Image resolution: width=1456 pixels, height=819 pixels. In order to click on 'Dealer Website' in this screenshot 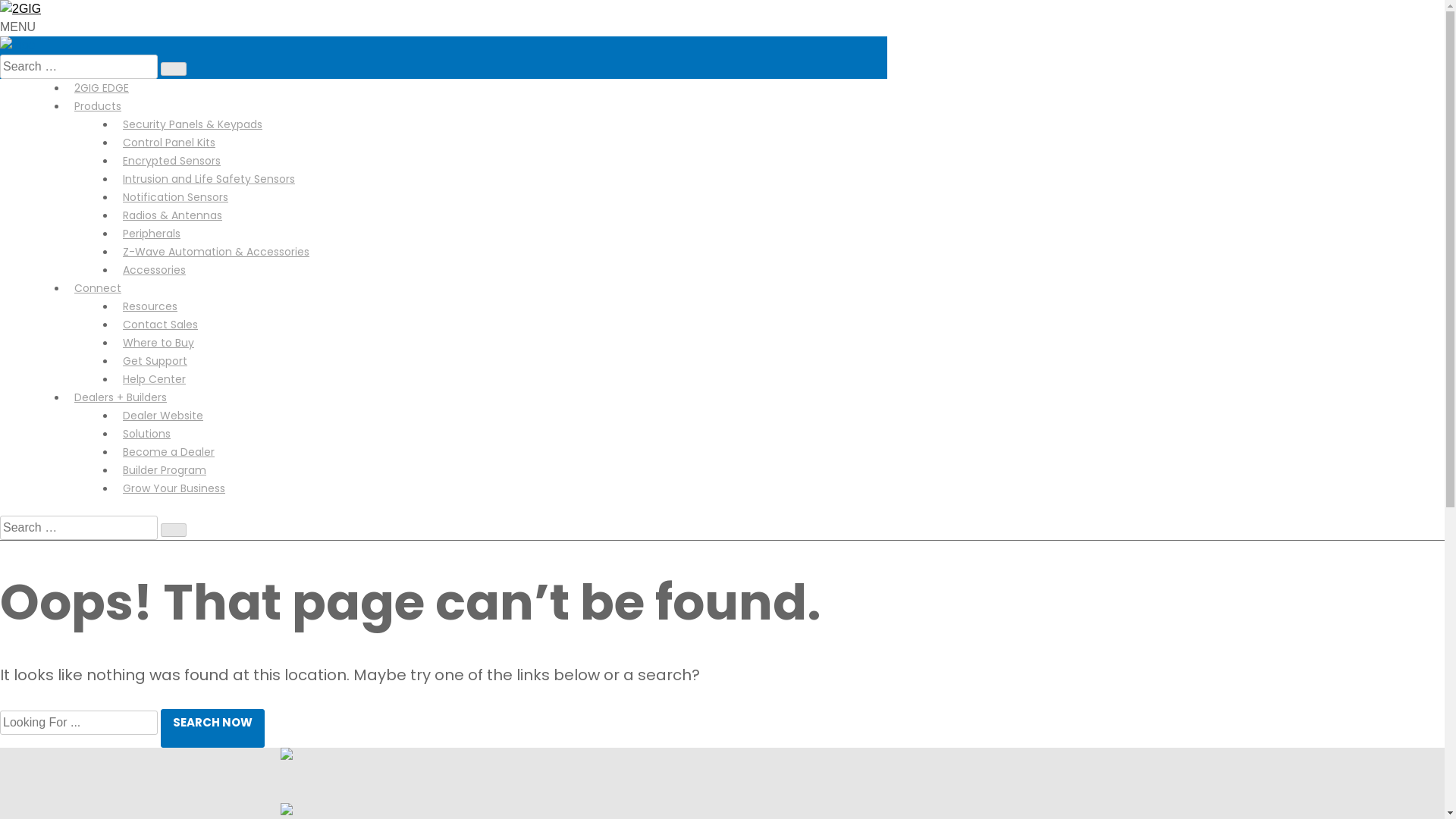, I will do `click(115, 415)`.